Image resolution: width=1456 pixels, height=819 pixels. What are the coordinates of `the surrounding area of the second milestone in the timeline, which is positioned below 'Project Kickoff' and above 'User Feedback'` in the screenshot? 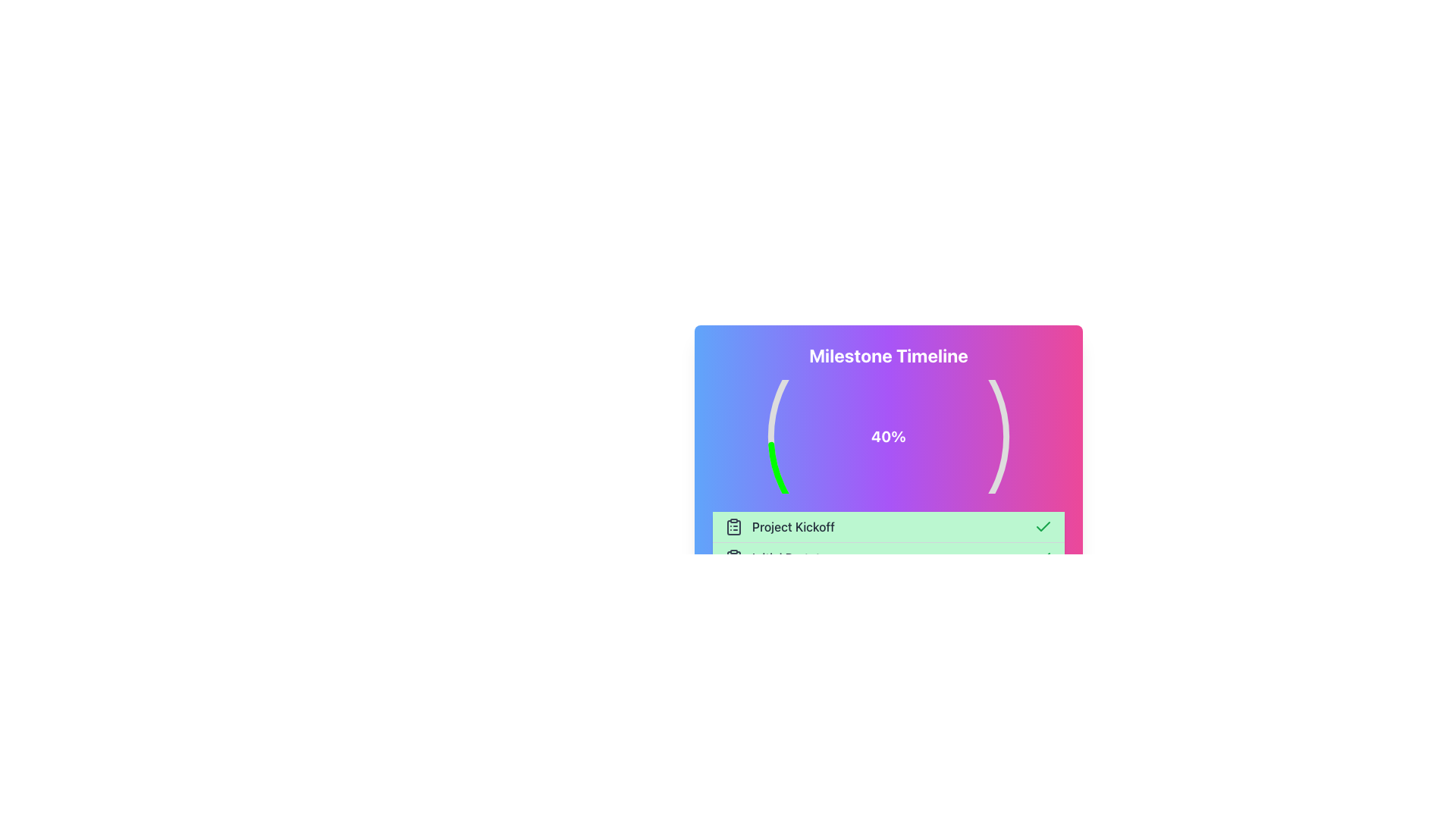 It's located at (888, 558).